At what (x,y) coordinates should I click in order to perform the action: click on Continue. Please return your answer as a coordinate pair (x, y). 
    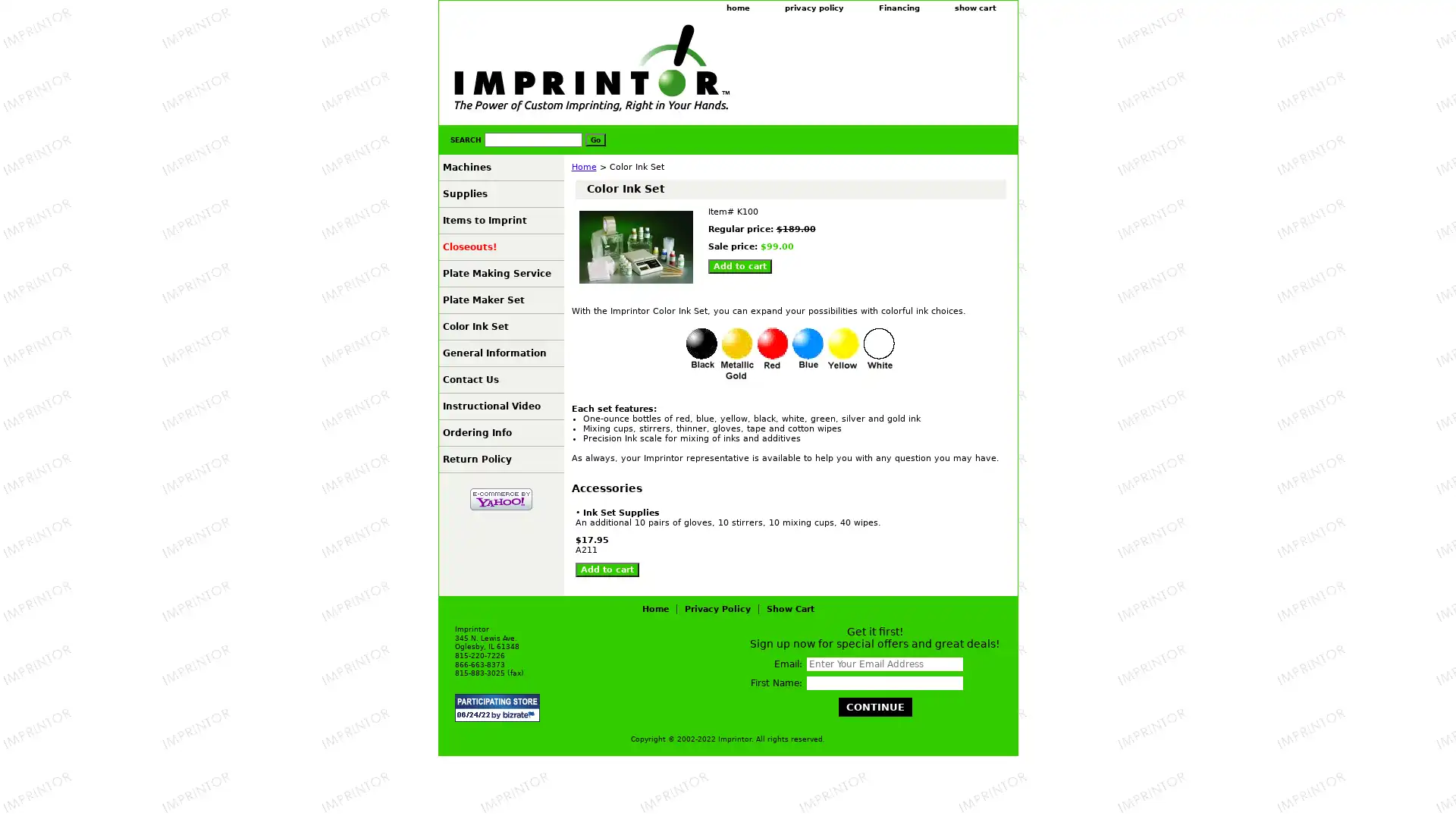
    Looking at the image, I should click on (874, 707).